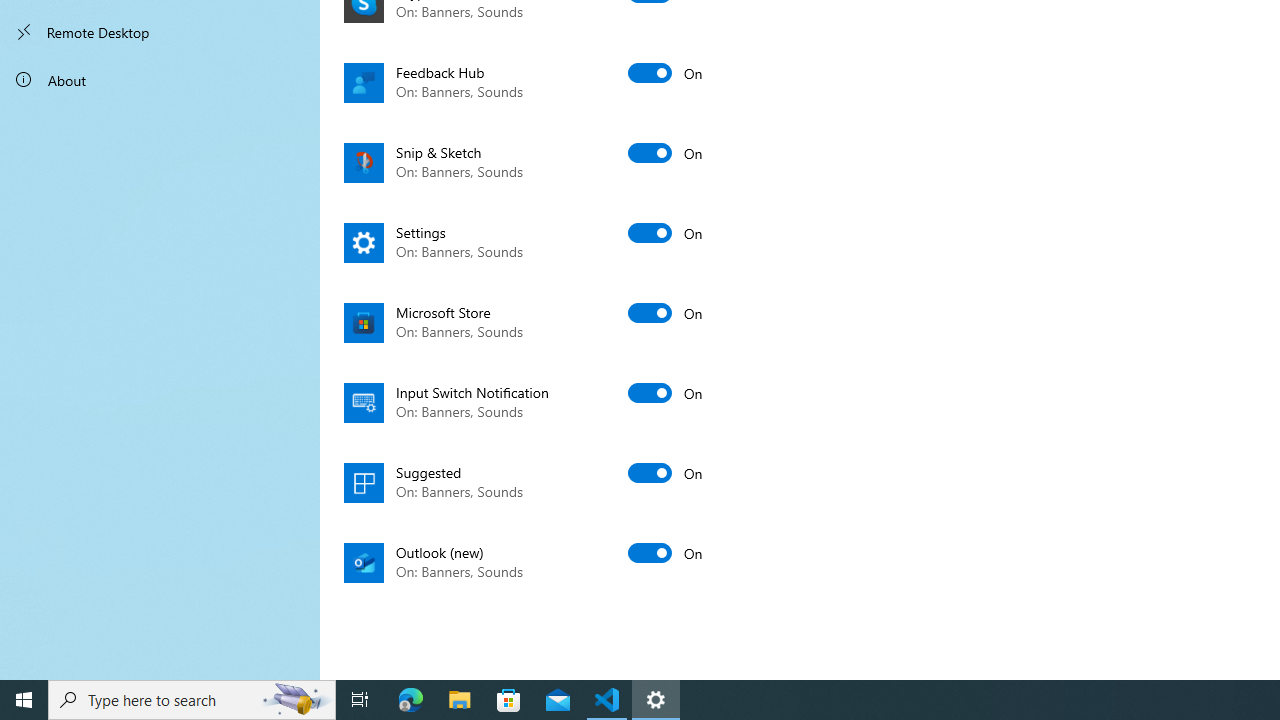  I want to click on 'Settings - 1 running window', so click(656, 698).